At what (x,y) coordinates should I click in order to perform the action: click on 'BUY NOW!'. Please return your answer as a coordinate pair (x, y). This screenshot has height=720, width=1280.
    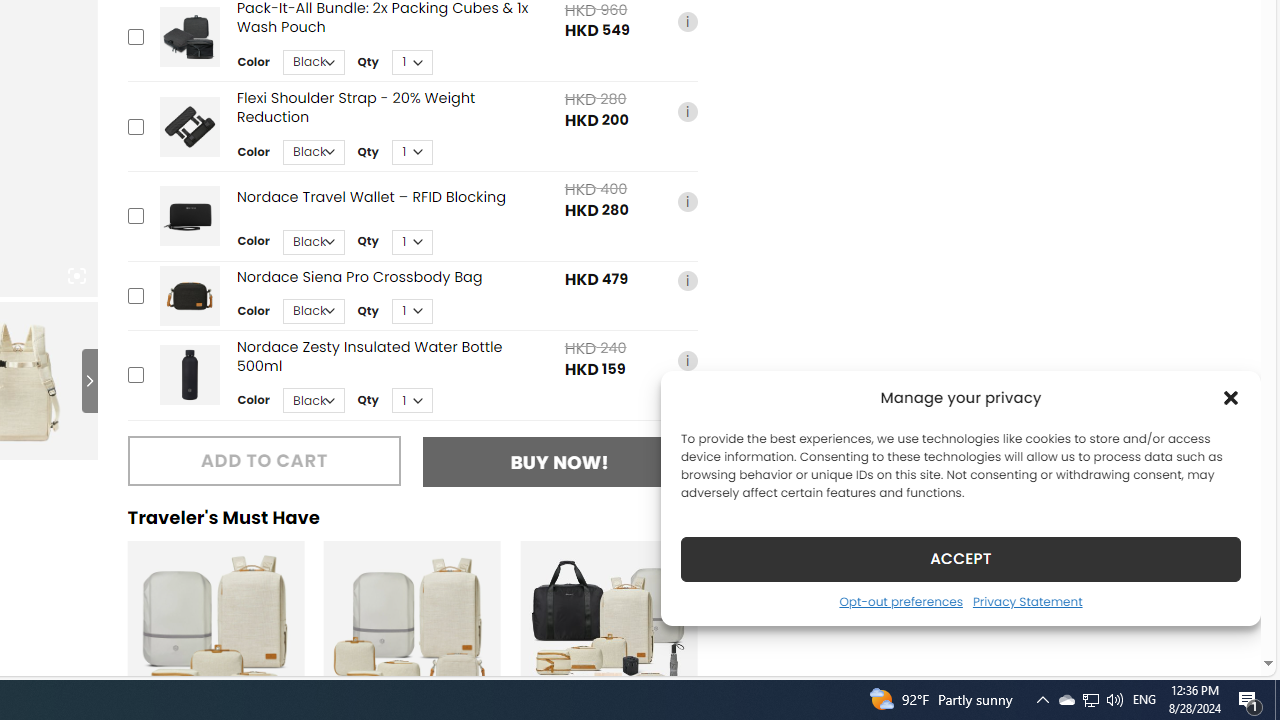
    Looking at the image, I should click on (560, 462).